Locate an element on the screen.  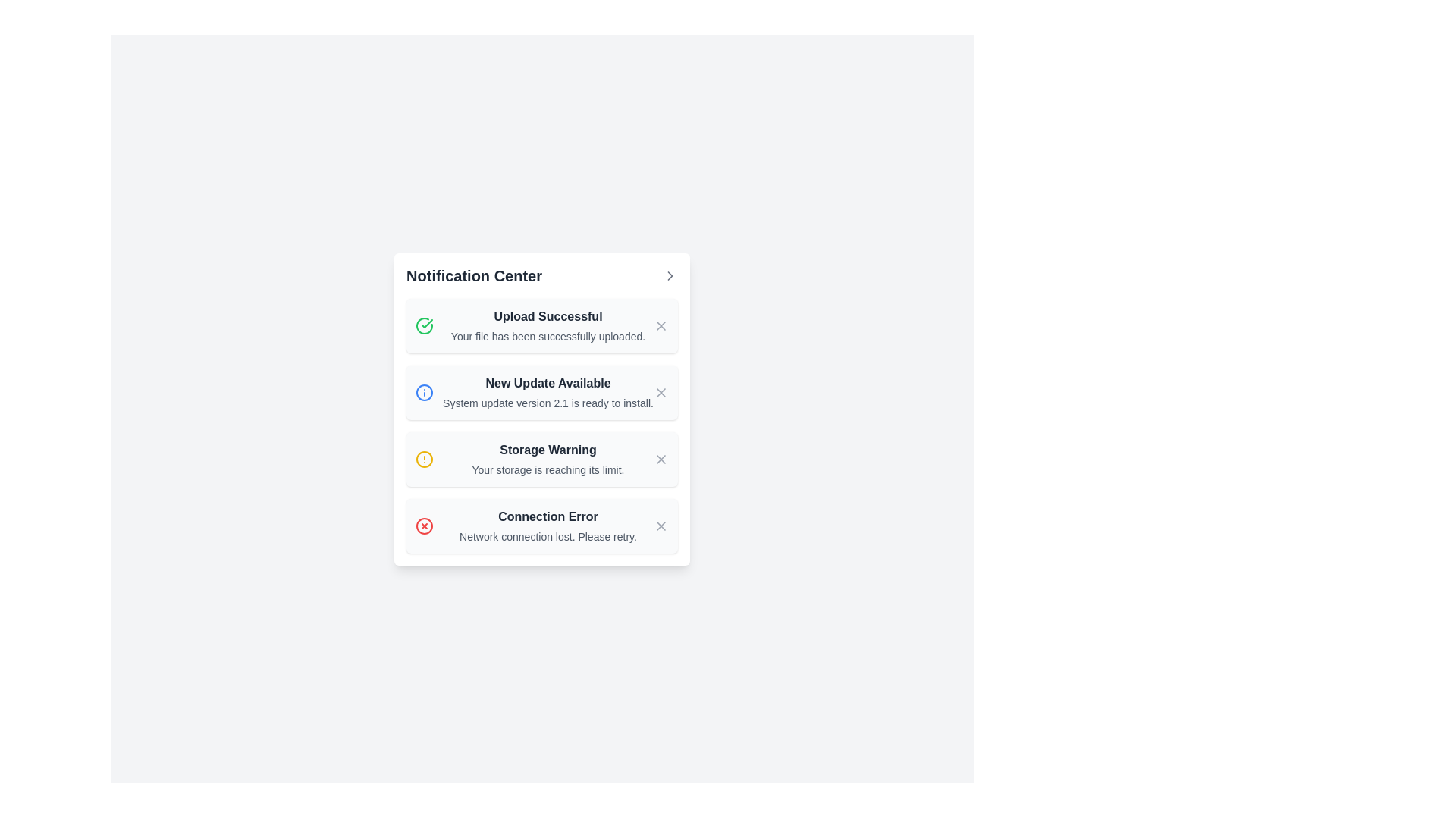
the 'Close' button icon within the 'Notification Center' is located at coordinates (661, 325).